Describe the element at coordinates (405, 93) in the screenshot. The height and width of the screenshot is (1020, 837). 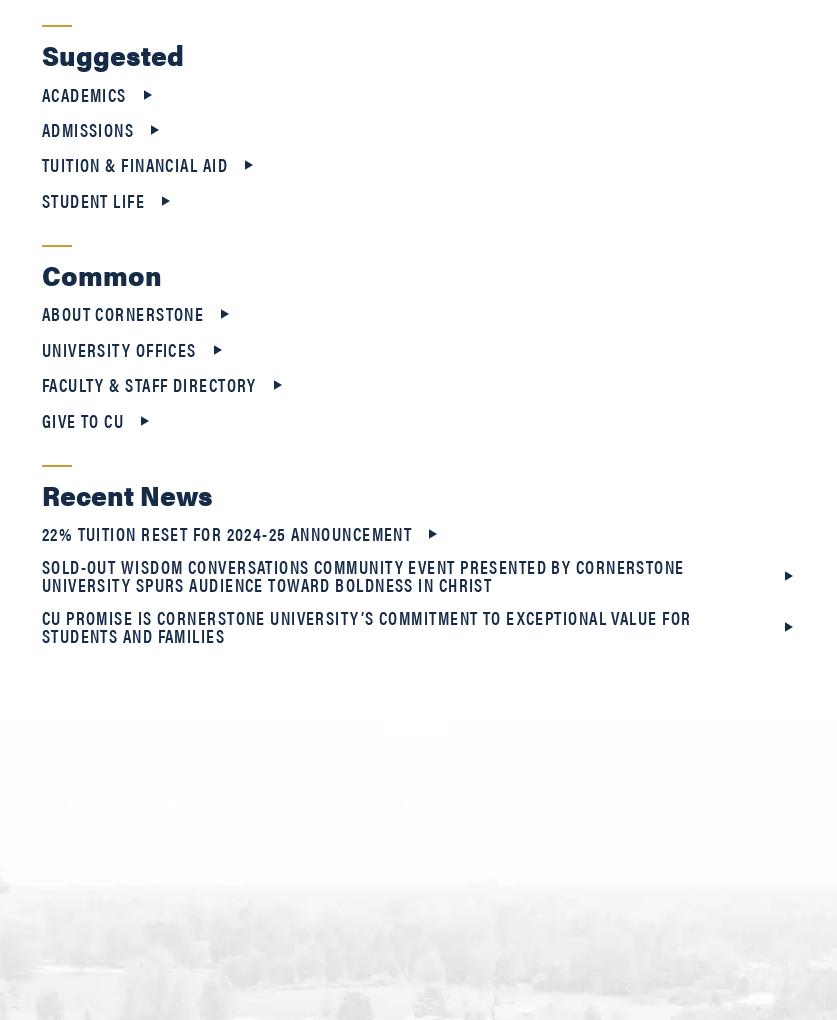
I see `'Why Choose An Affordable, Accredited Online MBA Degree from Cornerstone University?'` at that location.